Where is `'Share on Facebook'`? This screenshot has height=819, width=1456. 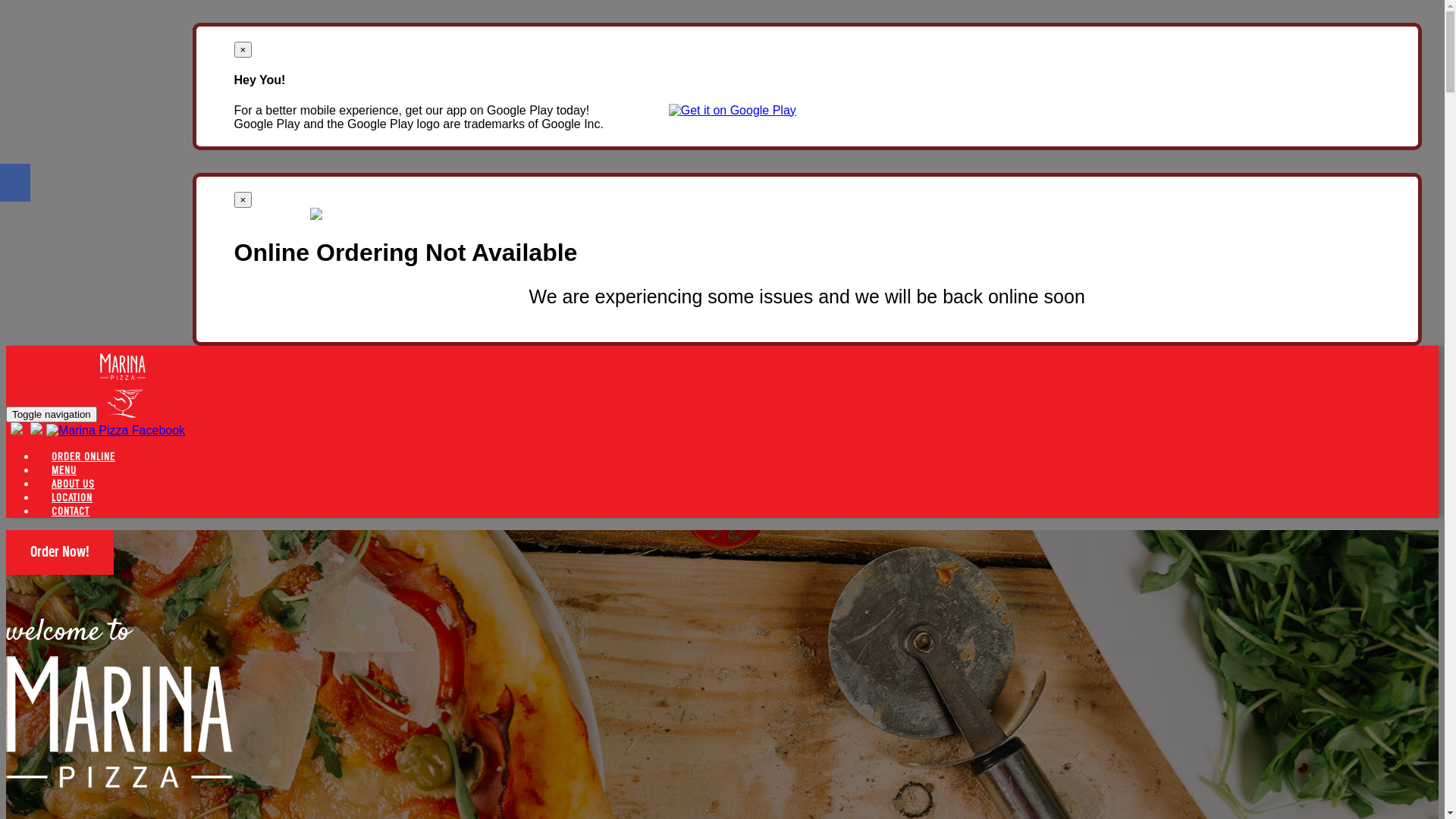 'Share on Facebook' is located at coordinates (0, 181).